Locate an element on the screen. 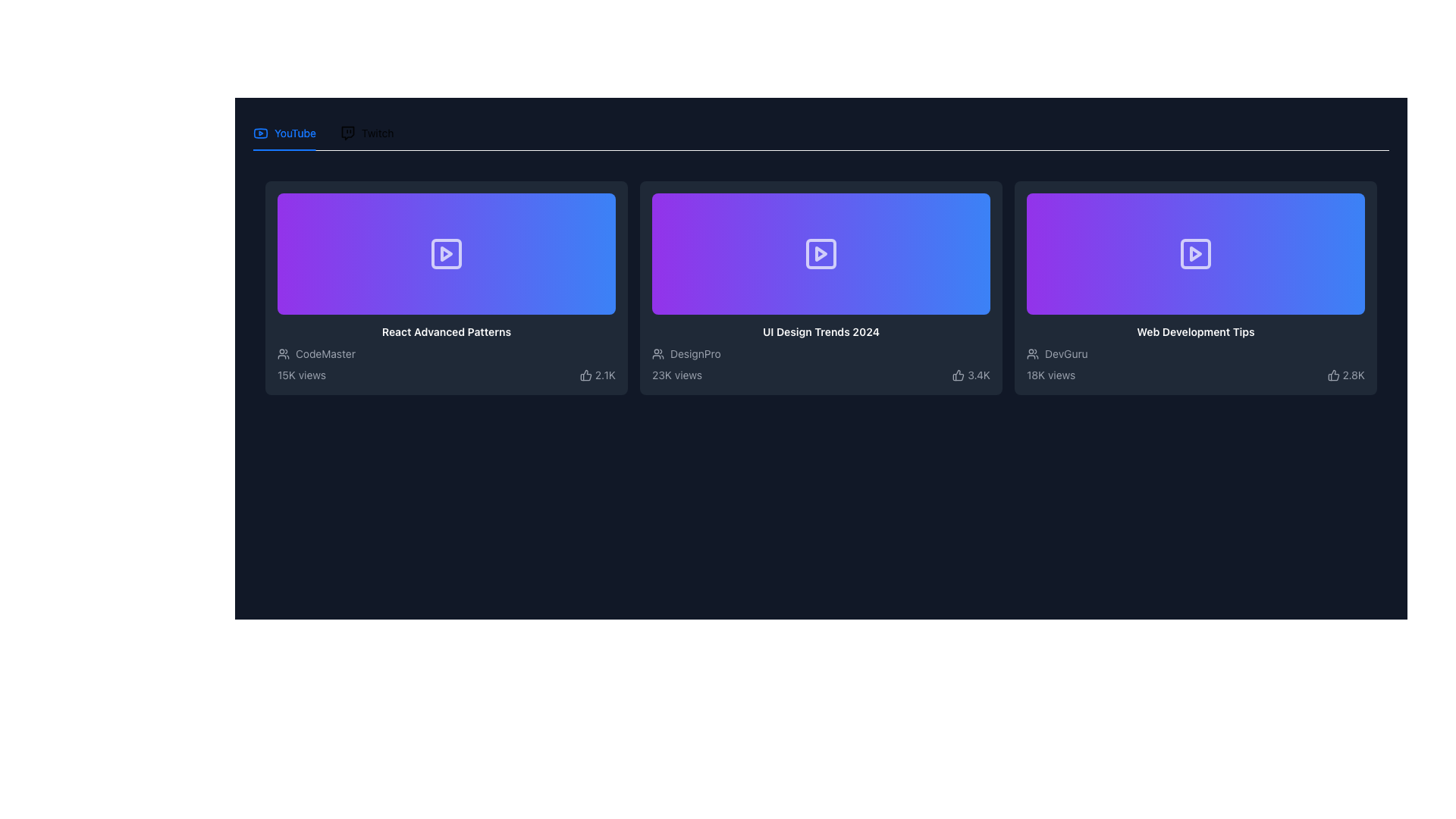 This screenshot has width=1456, height=819. view count displayed in the text label located in the bottom-left corner of the video details card for 'UI Design Trends 2024' is located at coordinates (676, 375).